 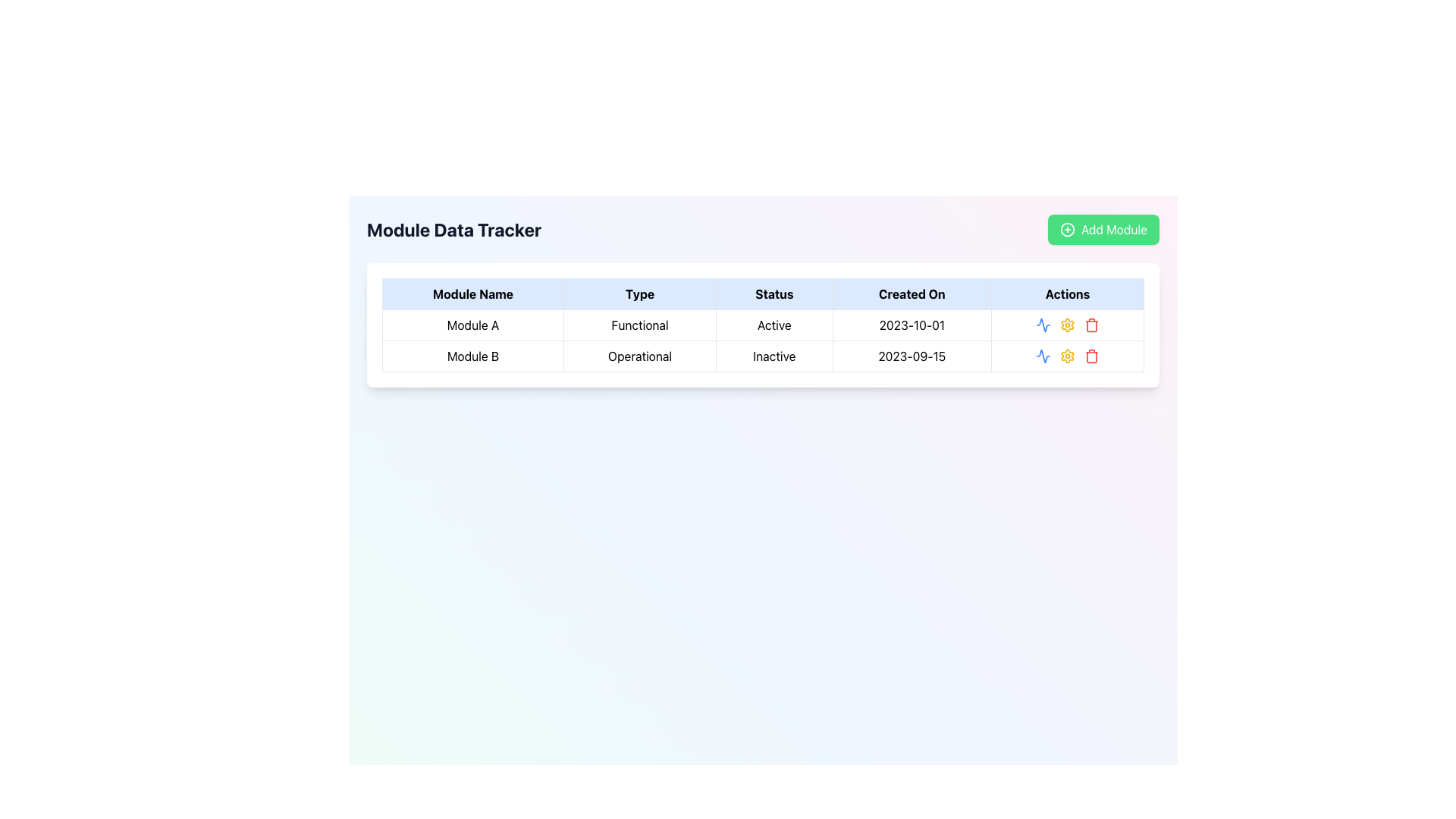 I want to click on displayed text in the 'Created On' column of the second row for 'Module B' in the data table, which is a read-only informational element, so click(x=911, y=356).